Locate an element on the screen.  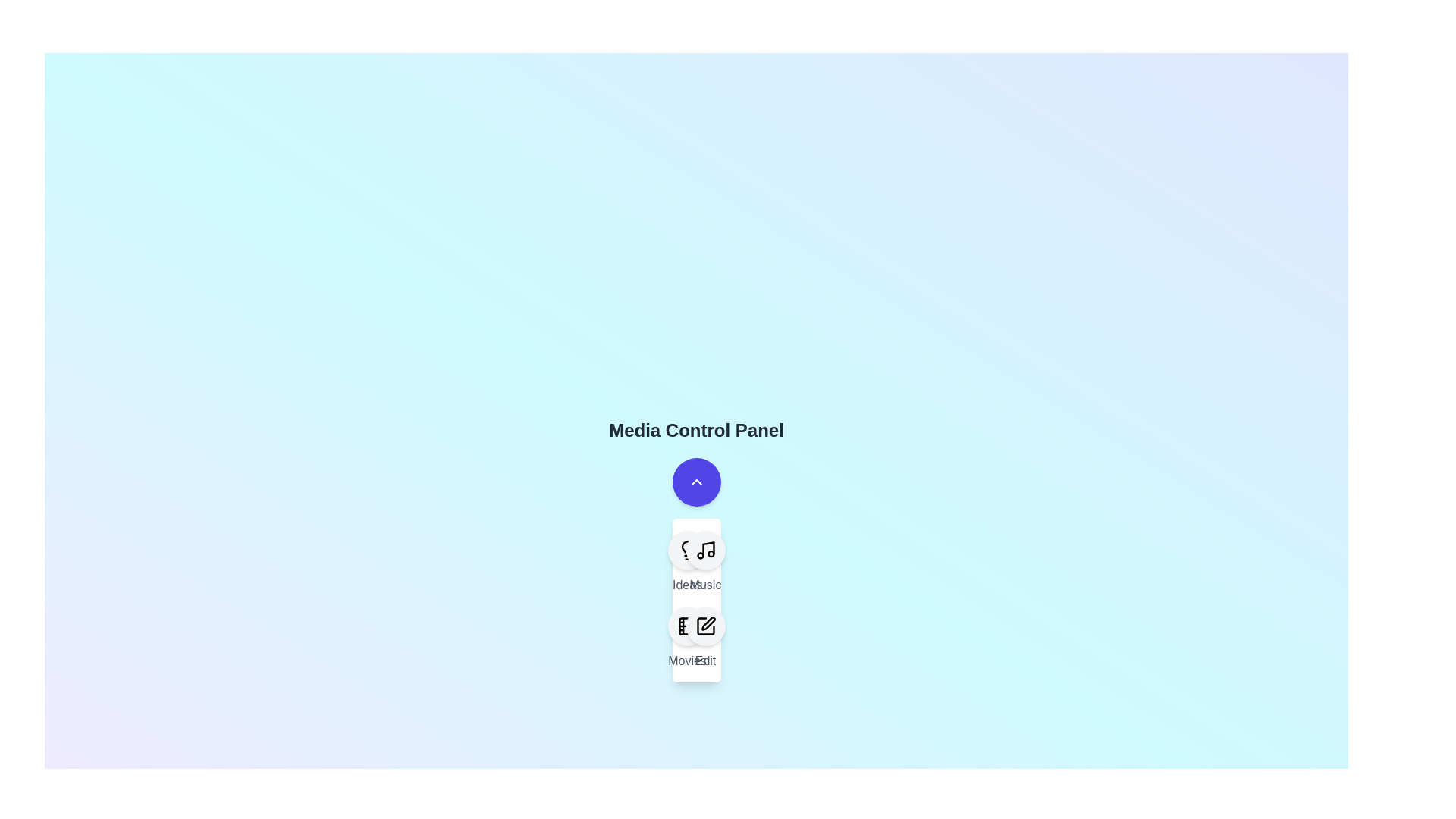
the Movies option in the menu is located at coordinates (686, 626).